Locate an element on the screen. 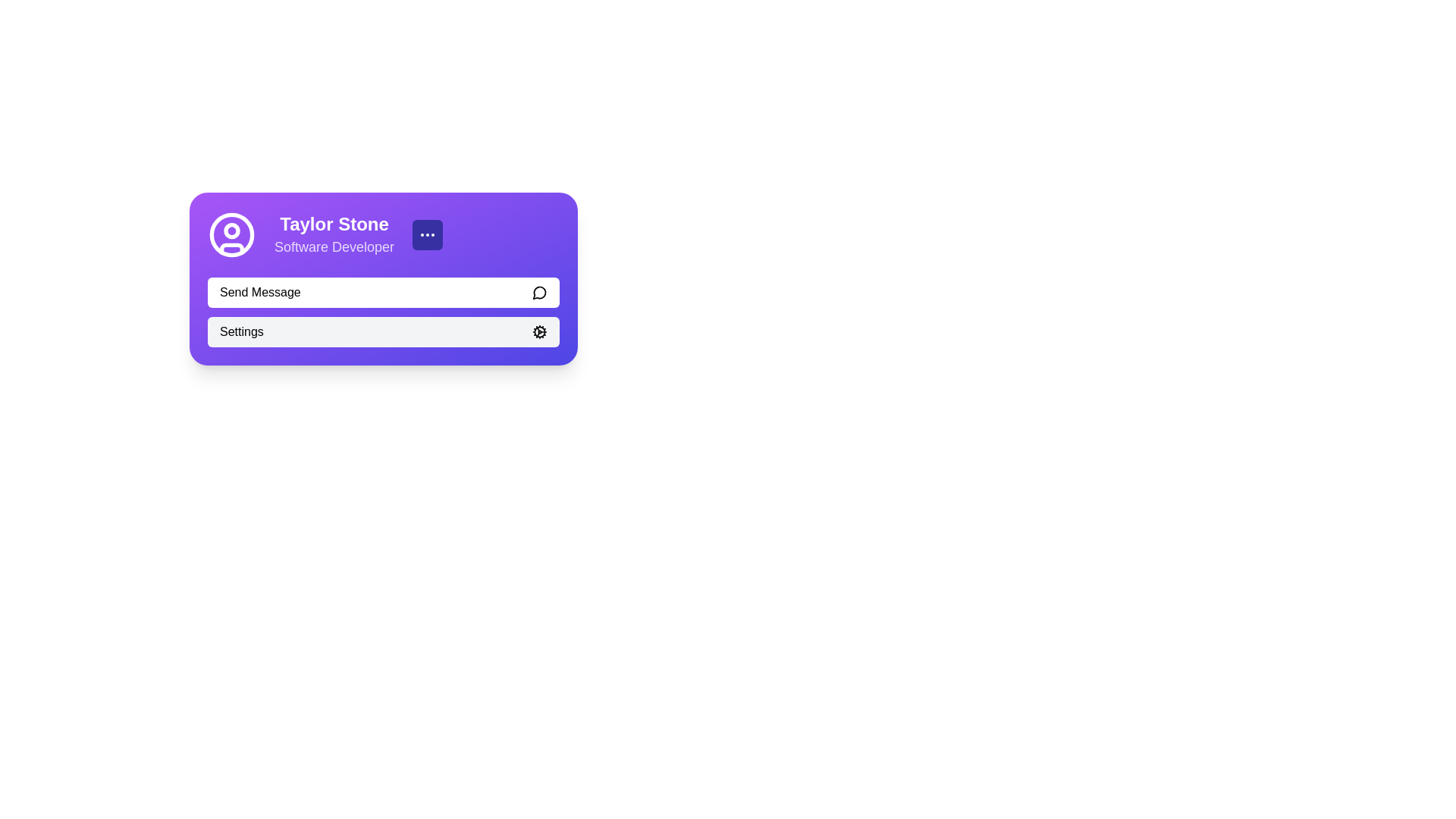 This screenshot has width=1456, height=819. the 'Send Message' button, which displays the phrase in black font within a white rounded rectangular area on a purple user profile card, to trigger potential styling changes is located at coordinates (260, 292).